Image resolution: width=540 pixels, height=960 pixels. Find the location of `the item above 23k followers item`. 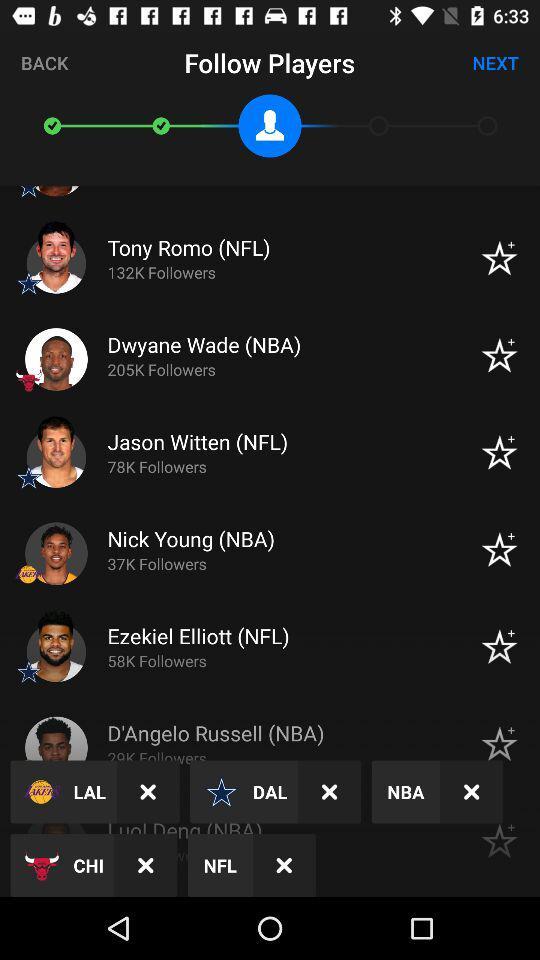

the item above 23k followers item is located at coordinates (471, 792).